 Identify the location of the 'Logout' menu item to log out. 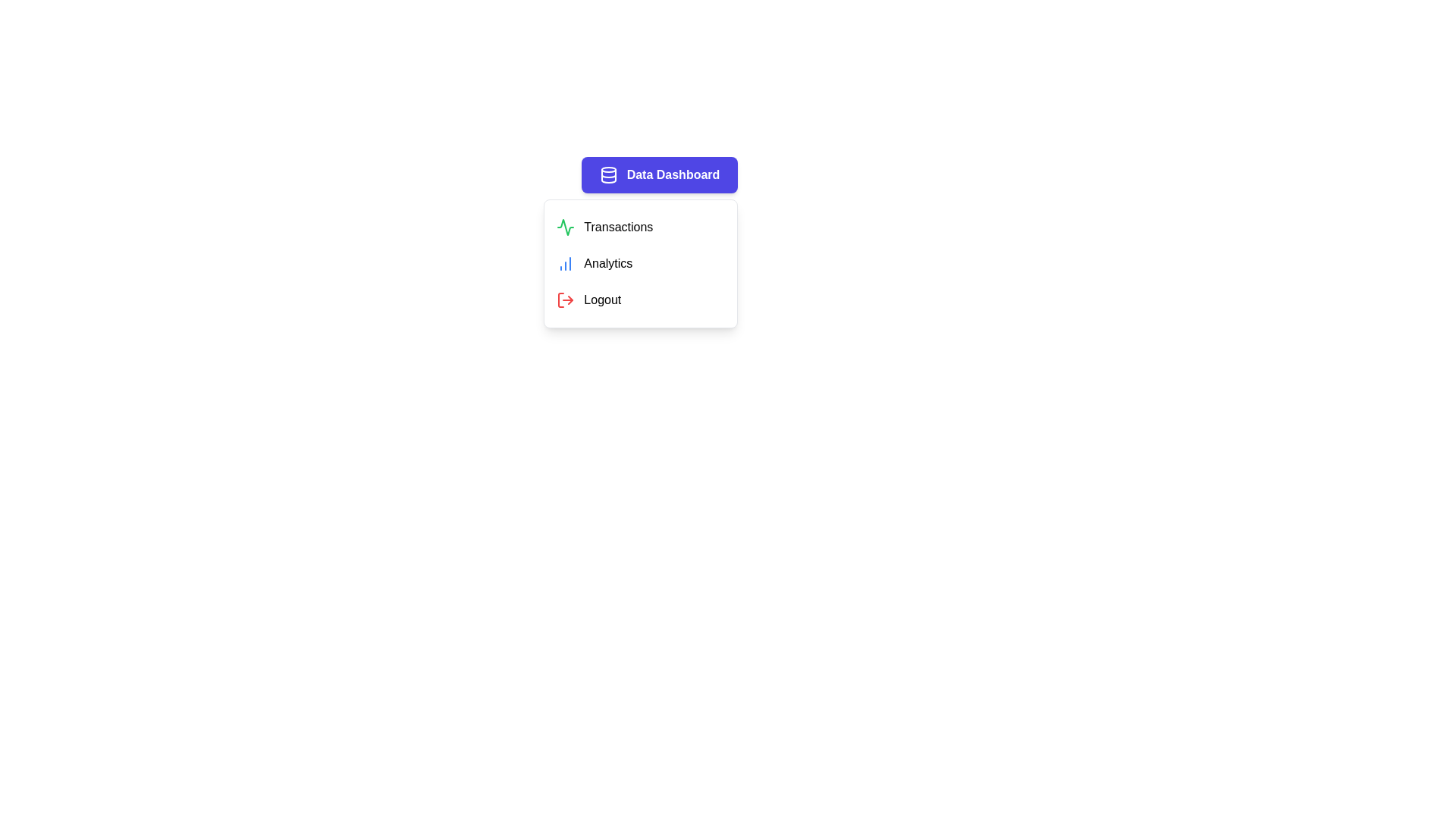
(640, 300).